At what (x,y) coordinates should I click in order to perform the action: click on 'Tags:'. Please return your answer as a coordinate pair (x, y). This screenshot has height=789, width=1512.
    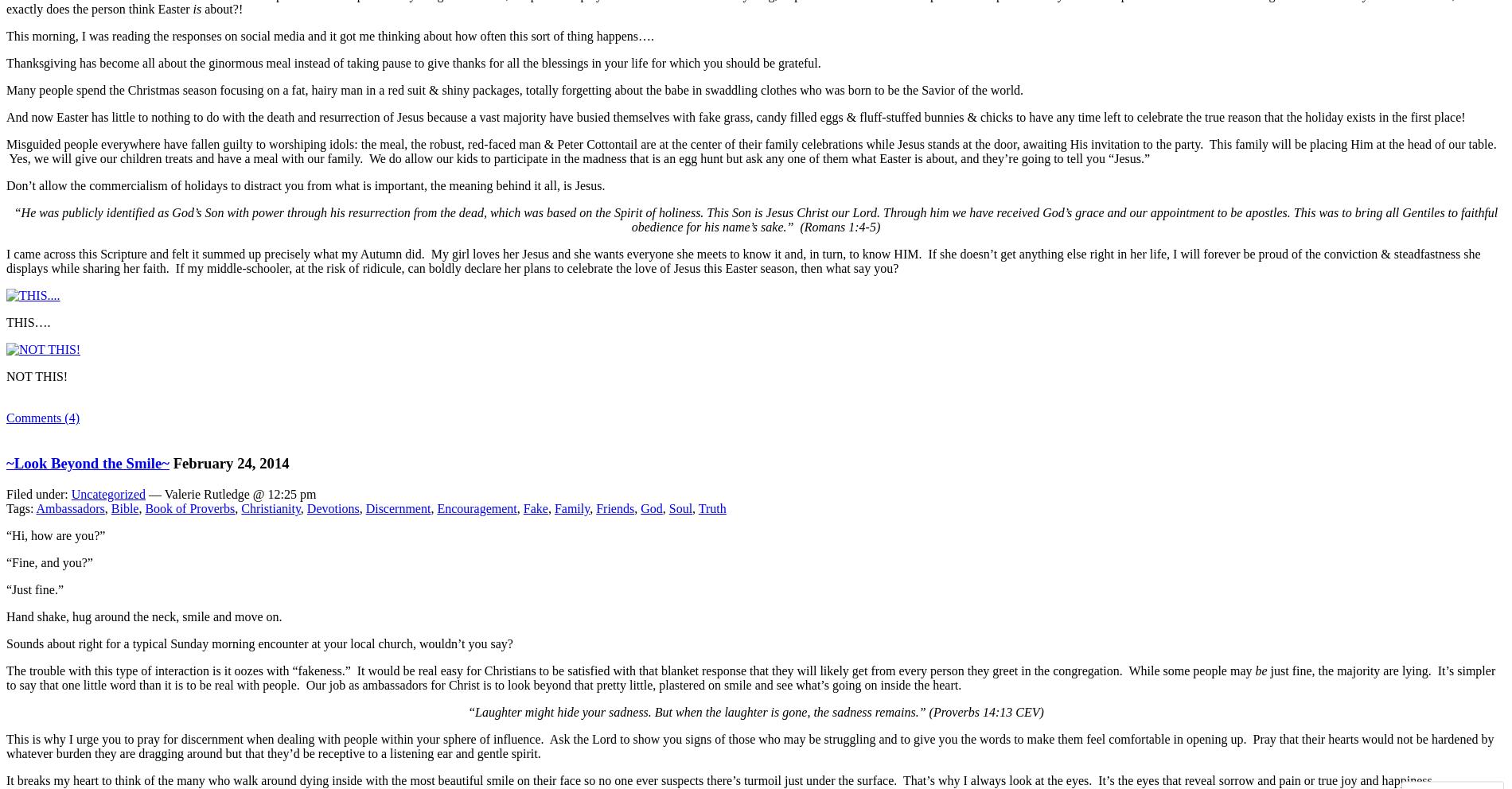
    Looking at the image, I should click on (21, 507).